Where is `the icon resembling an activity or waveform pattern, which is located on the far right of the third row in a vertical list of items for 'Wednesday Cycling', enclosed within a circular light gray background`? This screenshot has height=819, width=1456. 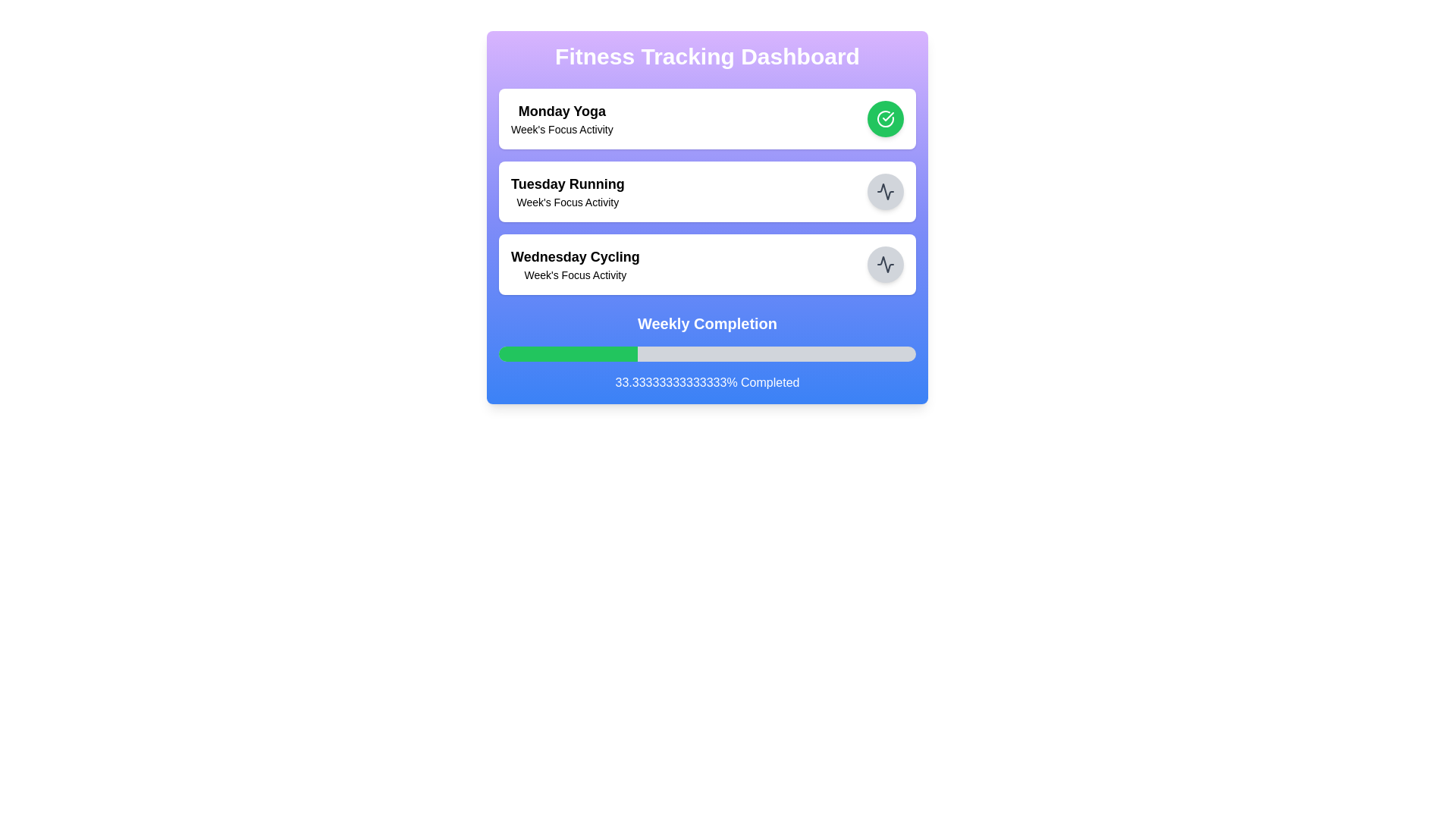 the icon resembling an activity or waveform pattern, which is located on the far right of the third row in a vertical list of items for 'Wednesday Cycling', enclosed within a circular light gray background is located at coordinates (885, 191).